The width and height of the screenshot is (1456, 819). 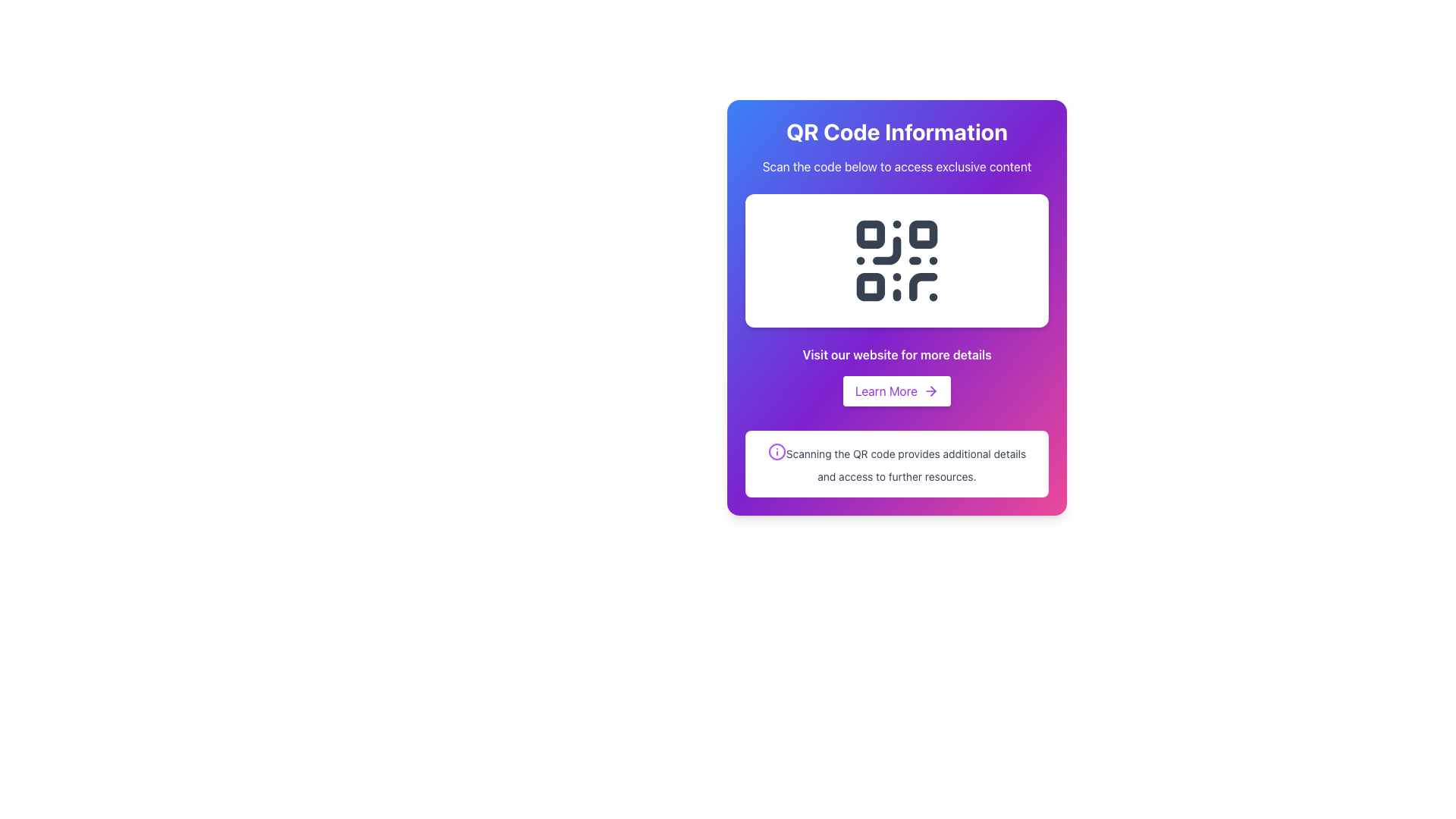 What do you see at coordinates (896, 463) in the screenshot?
I see `description from the notification box that is a white rounded rectangle with shadow effects, containing information about QR code scanning, located below the 'Learn More' button` at bounding box center [896, 463].